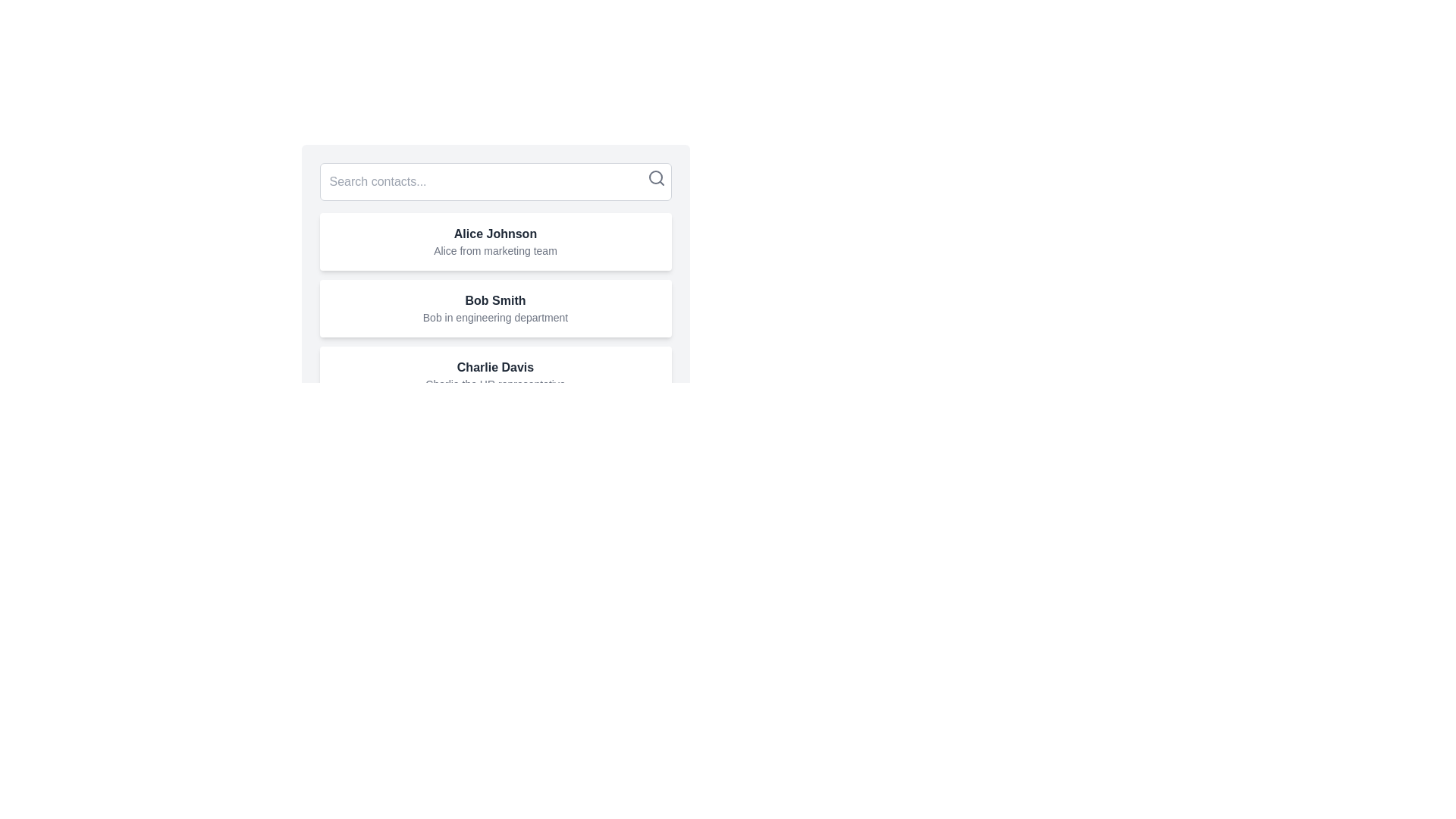 This screenshot has height=819, width=1456. What do you see at coordinates (495, 383) in the screenshot?
I see `the descriptive subtitle text 'Charlie the HR representative' located within the third contact card, positioned below the name 'Charlie Davis'` at bounding box center [495, 383].